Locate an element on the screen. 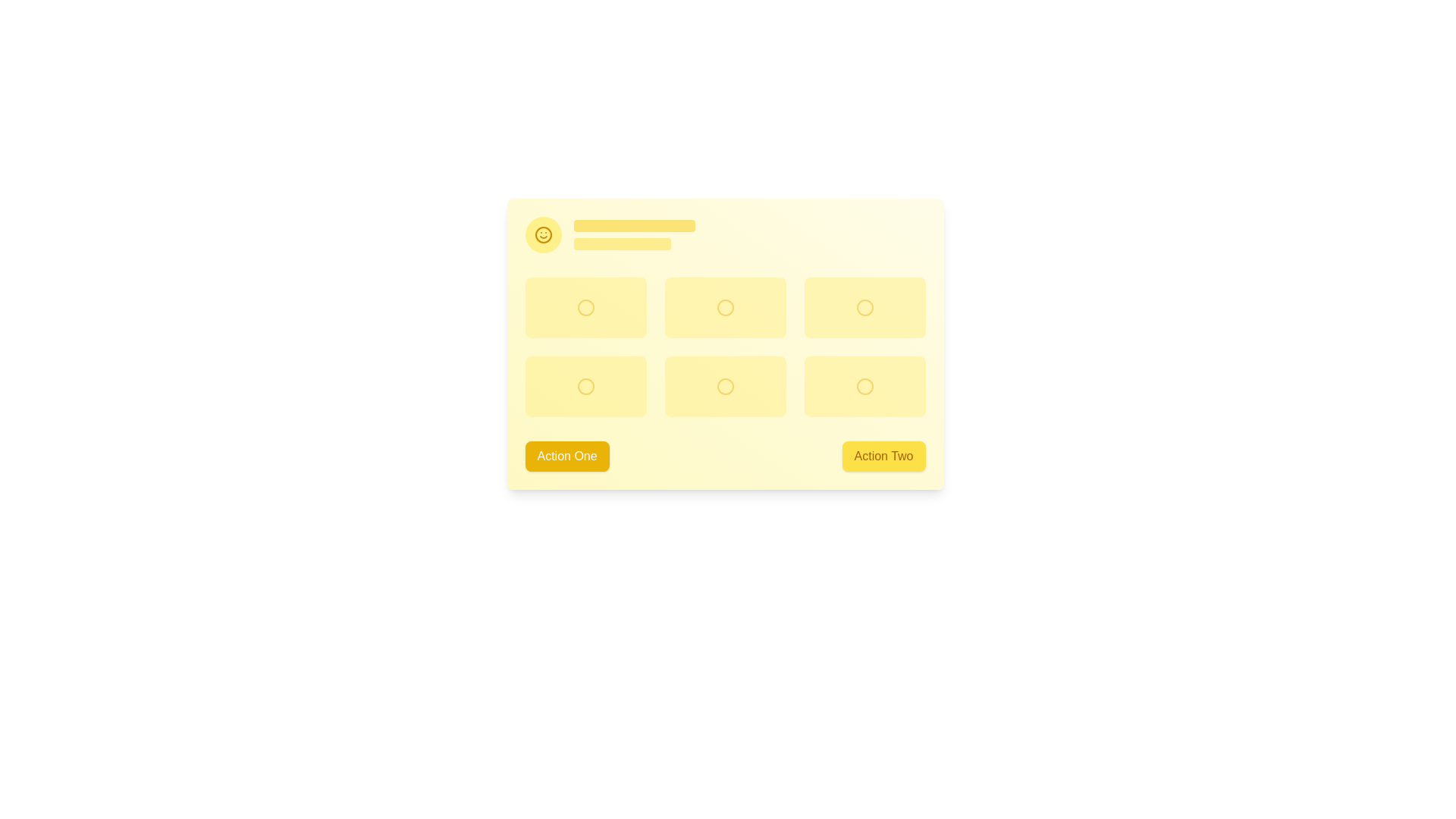  horizontal row component that contains a circular yellow badge with a smiley face icon on the left and two yellow rectangular pulsating bars resembling placeholder text blocks on the right is located at coordinates (724, 234).